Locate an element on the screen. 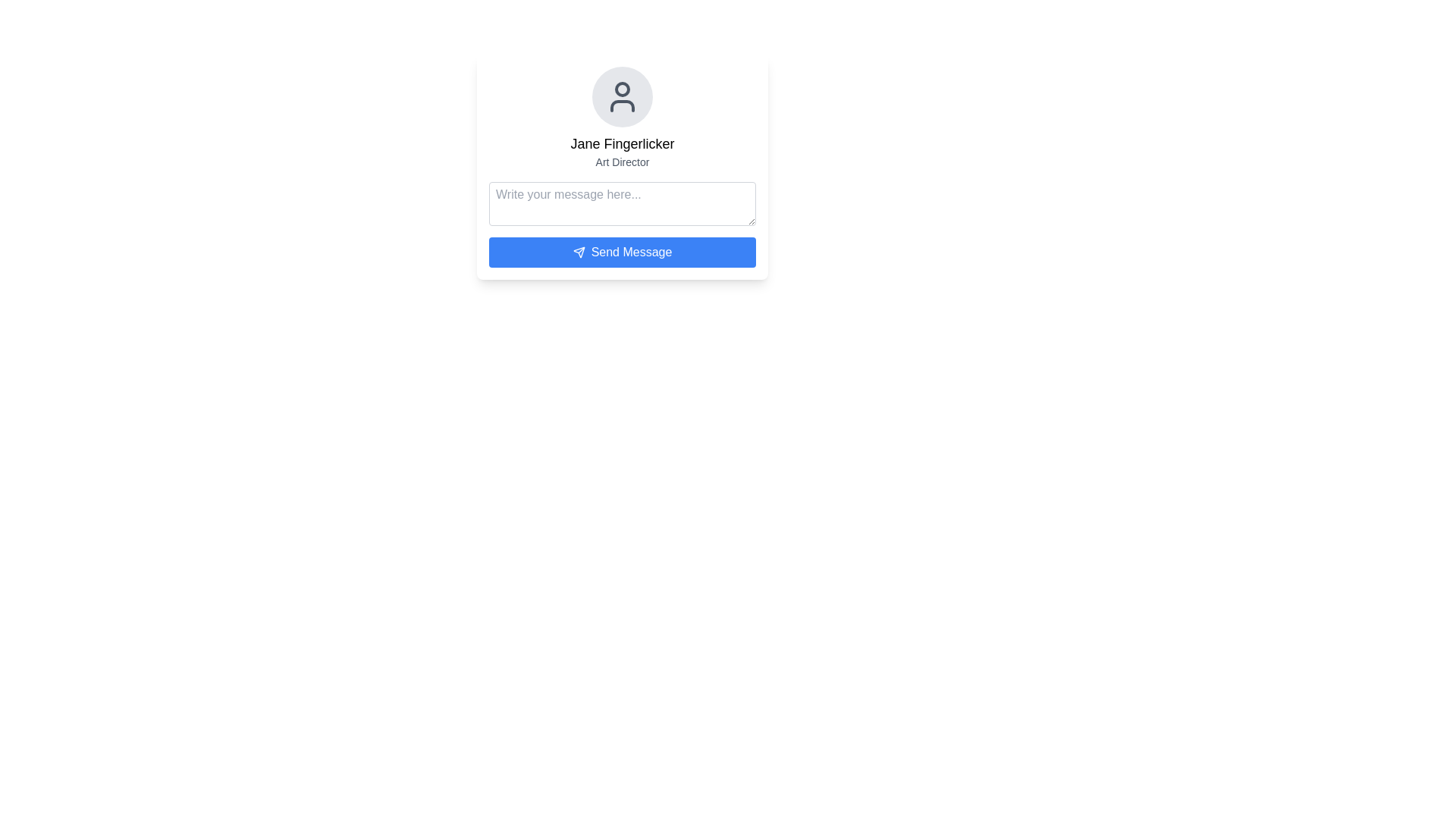 This screenshot has width=1456, height=819. the small triangular 'send' icon located on the left side of the text within the 'Send Message' button, which has a white outline on a blue background is located at coordinates (578, 251).